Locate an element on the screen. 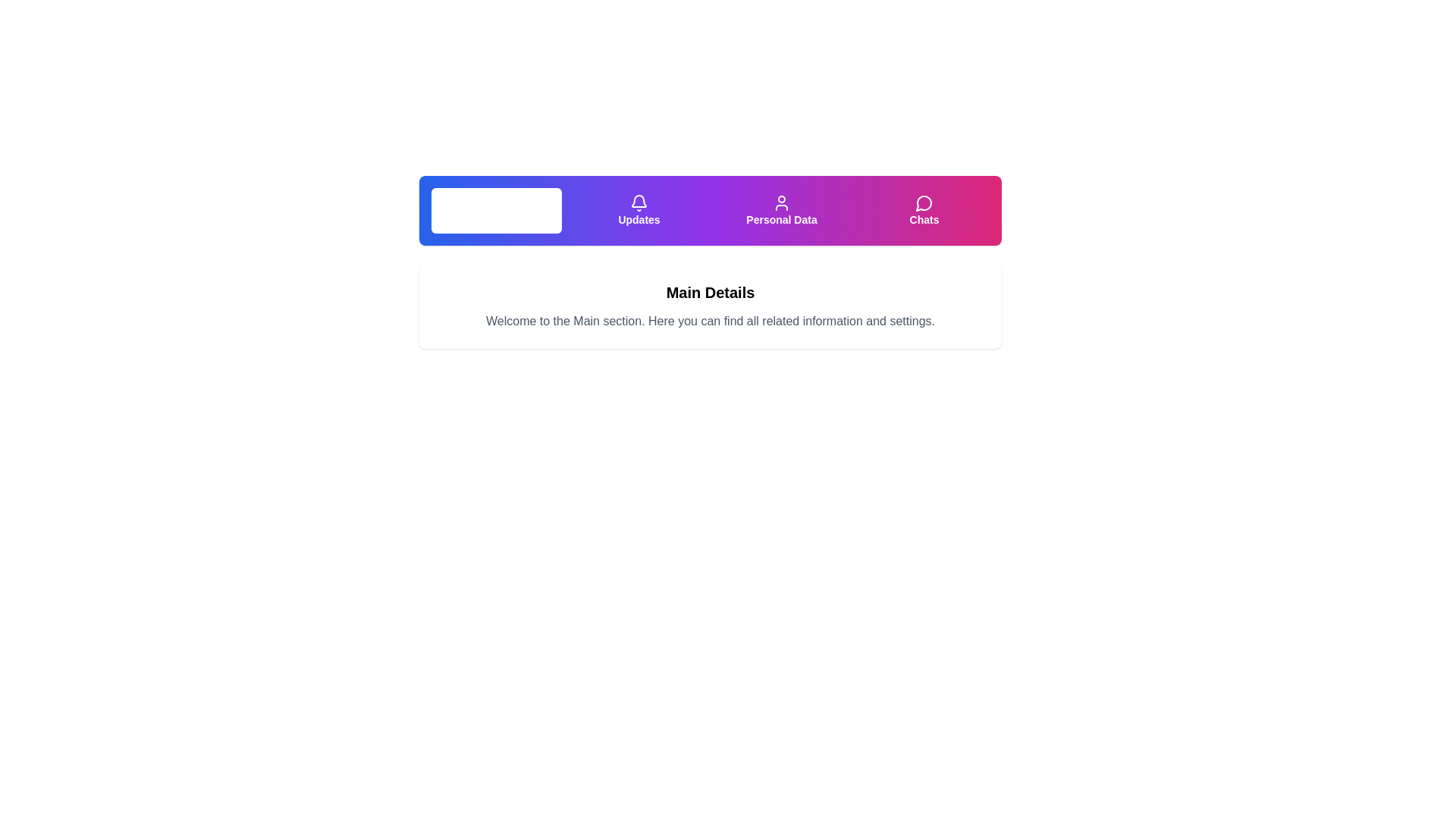 Image resolution: width=1456 pixels, height=819 pixels. the outline bell icon styled with a purple-hued fill located under the 'Updates' label in the top navigation bar is located at coordinates (639, 200).